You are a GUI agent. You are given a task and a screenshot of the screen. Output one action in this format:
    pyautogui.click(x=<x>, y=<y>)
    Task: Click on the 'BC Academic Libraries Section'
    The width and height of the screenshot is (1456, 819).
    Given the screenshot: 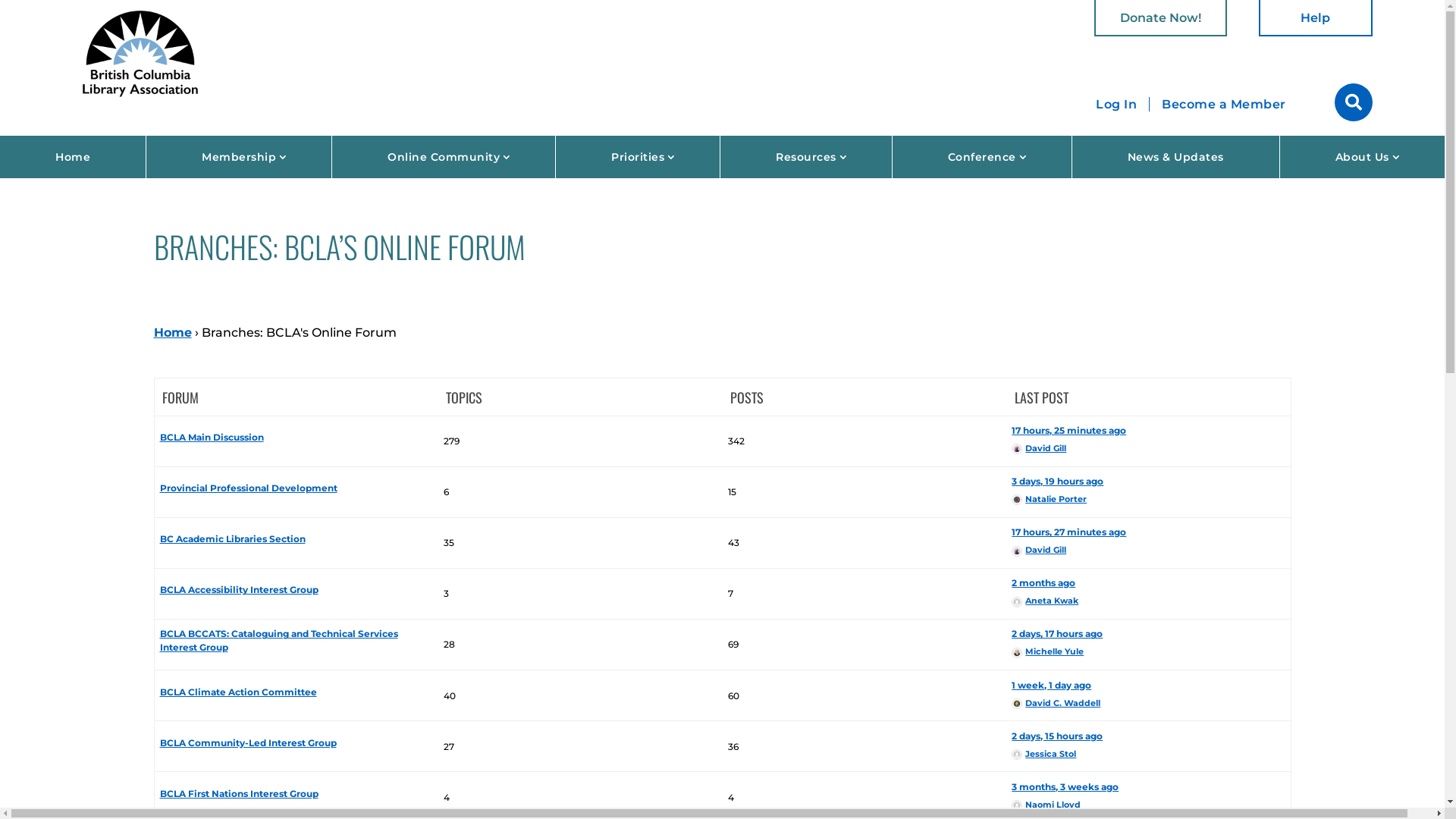 What is the action you would take?
    pyautogui.click(x=232, y=538)
    